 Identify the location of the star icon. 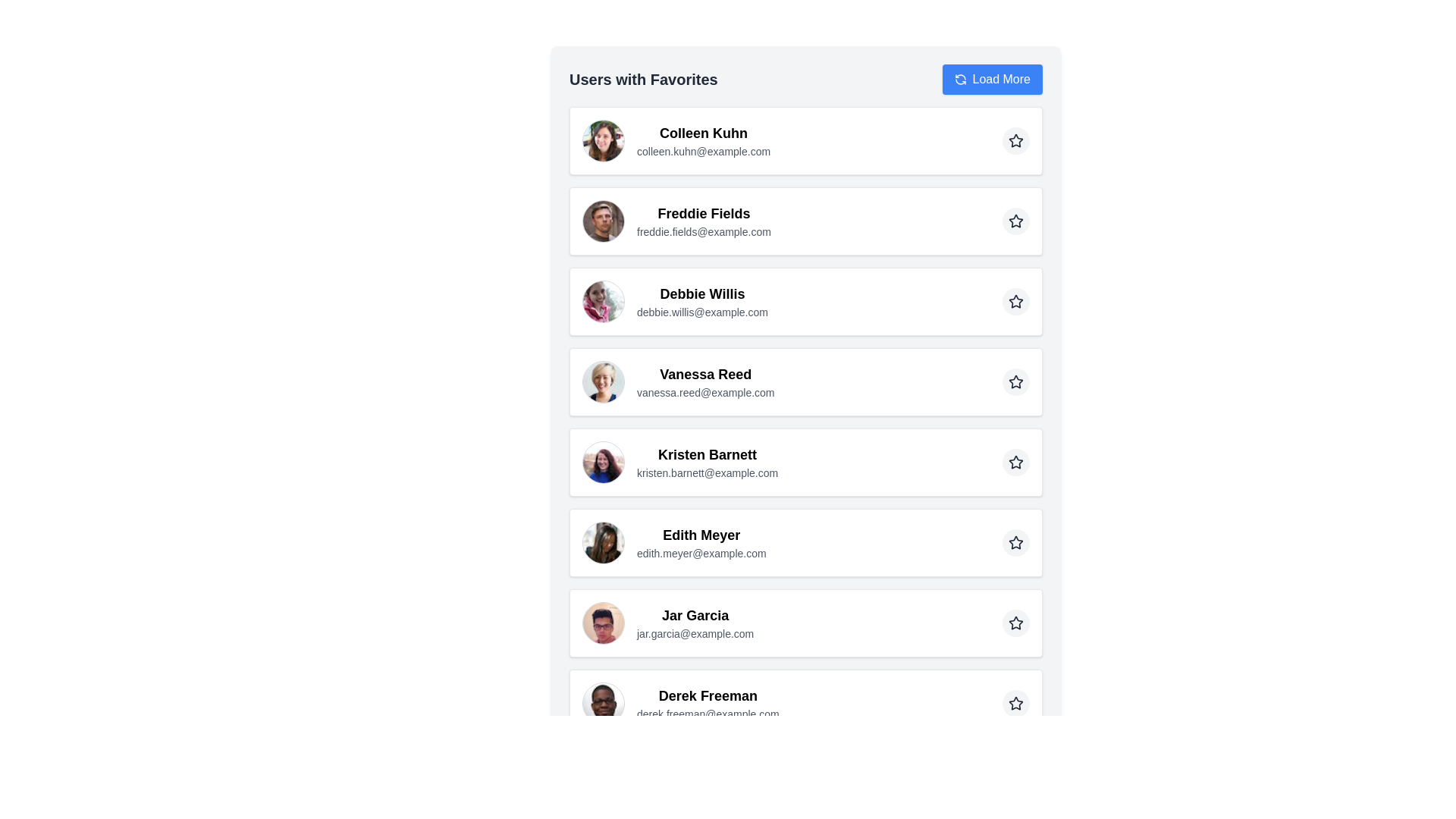
(1015, 461).